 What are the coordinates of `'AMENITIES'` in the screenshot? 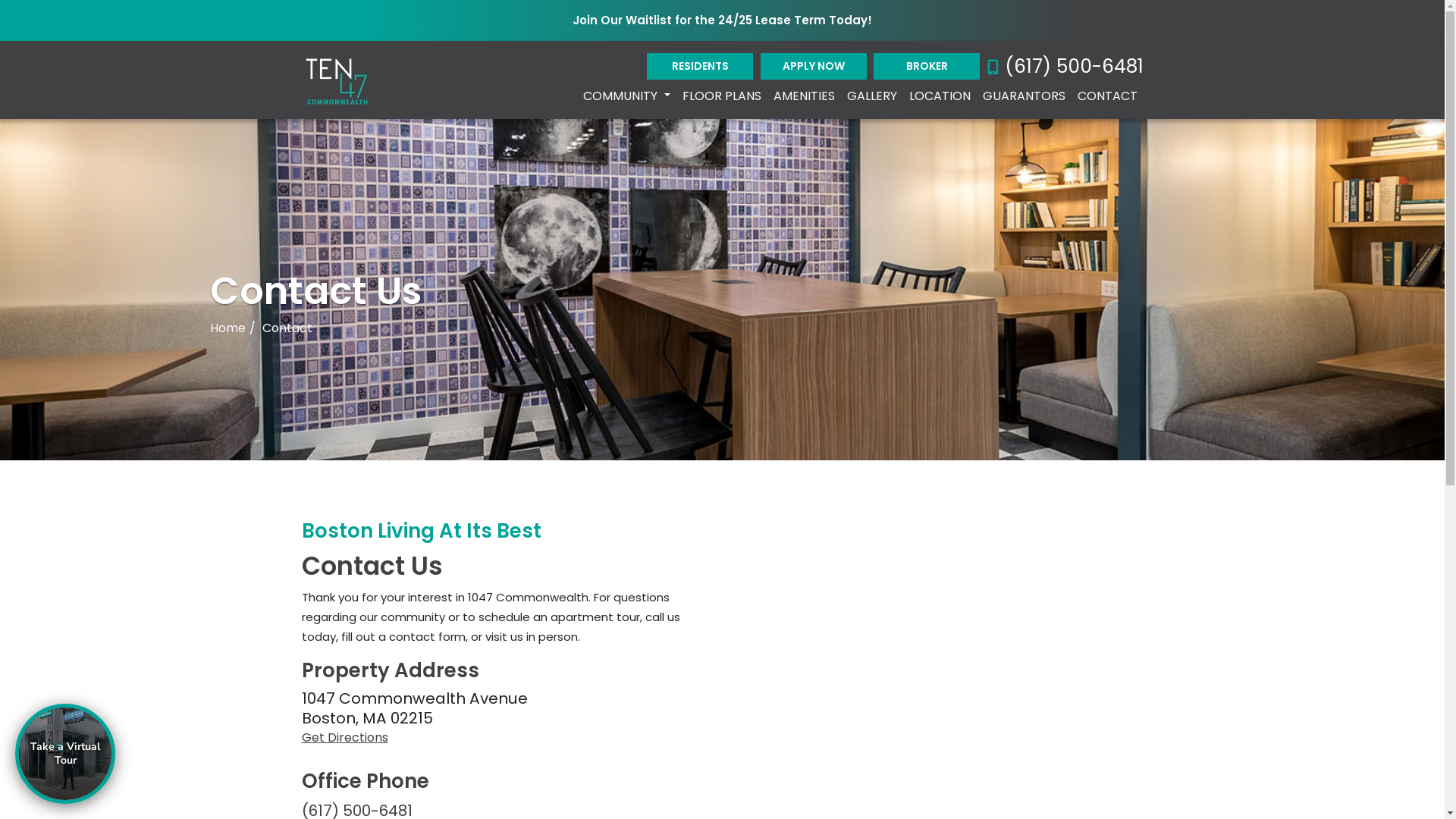 It's located at (803, 96).